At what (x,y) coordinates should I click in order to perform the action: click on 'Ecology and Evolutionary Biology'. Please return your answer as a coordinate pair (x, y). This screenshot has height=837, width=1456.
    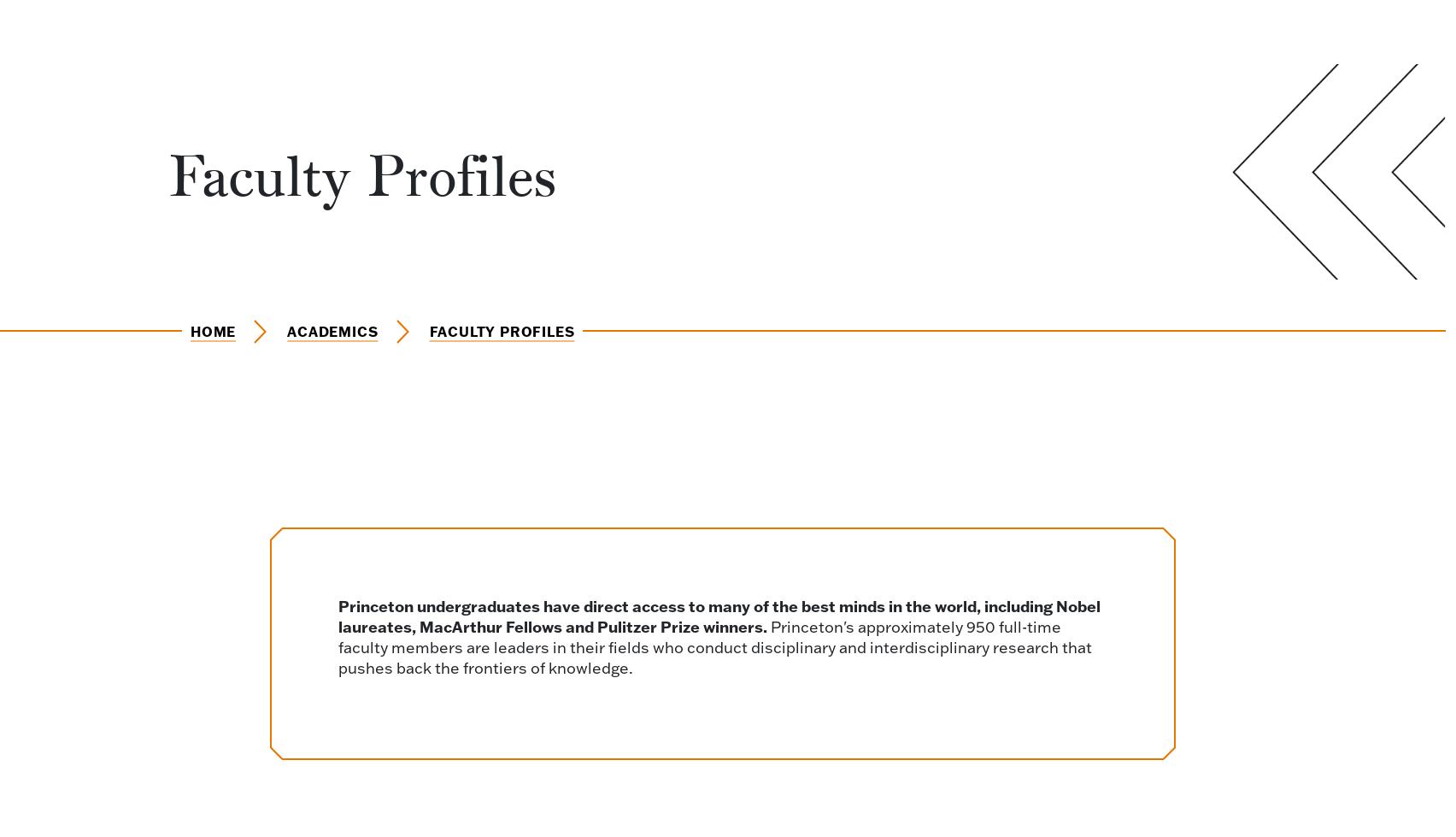
    Looking at the image, I should click on (290, 663).